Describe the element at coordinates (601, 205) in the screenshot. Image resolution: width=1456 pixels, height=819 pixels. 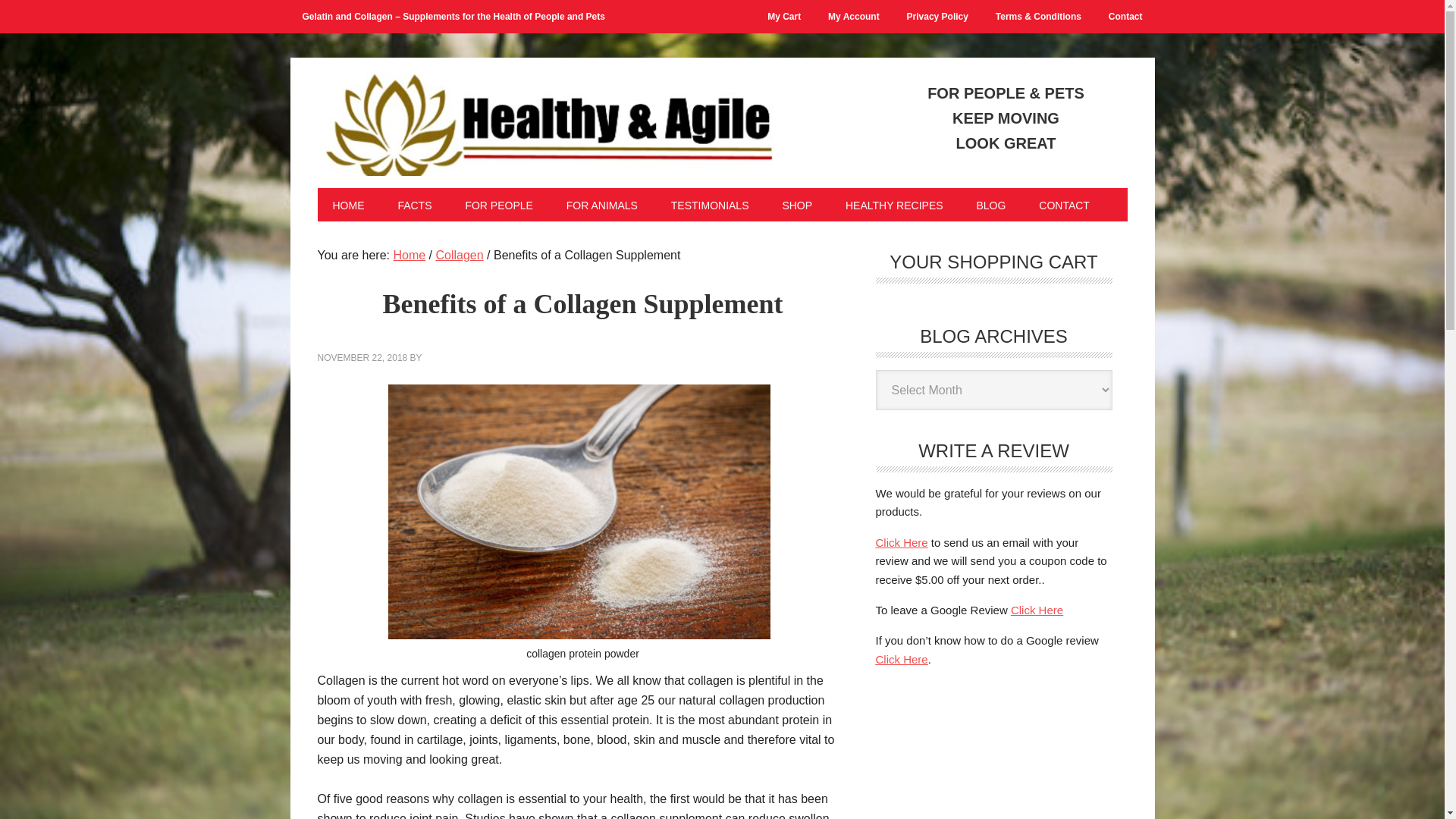
I see `'FOR ANIMALS'` at that location.